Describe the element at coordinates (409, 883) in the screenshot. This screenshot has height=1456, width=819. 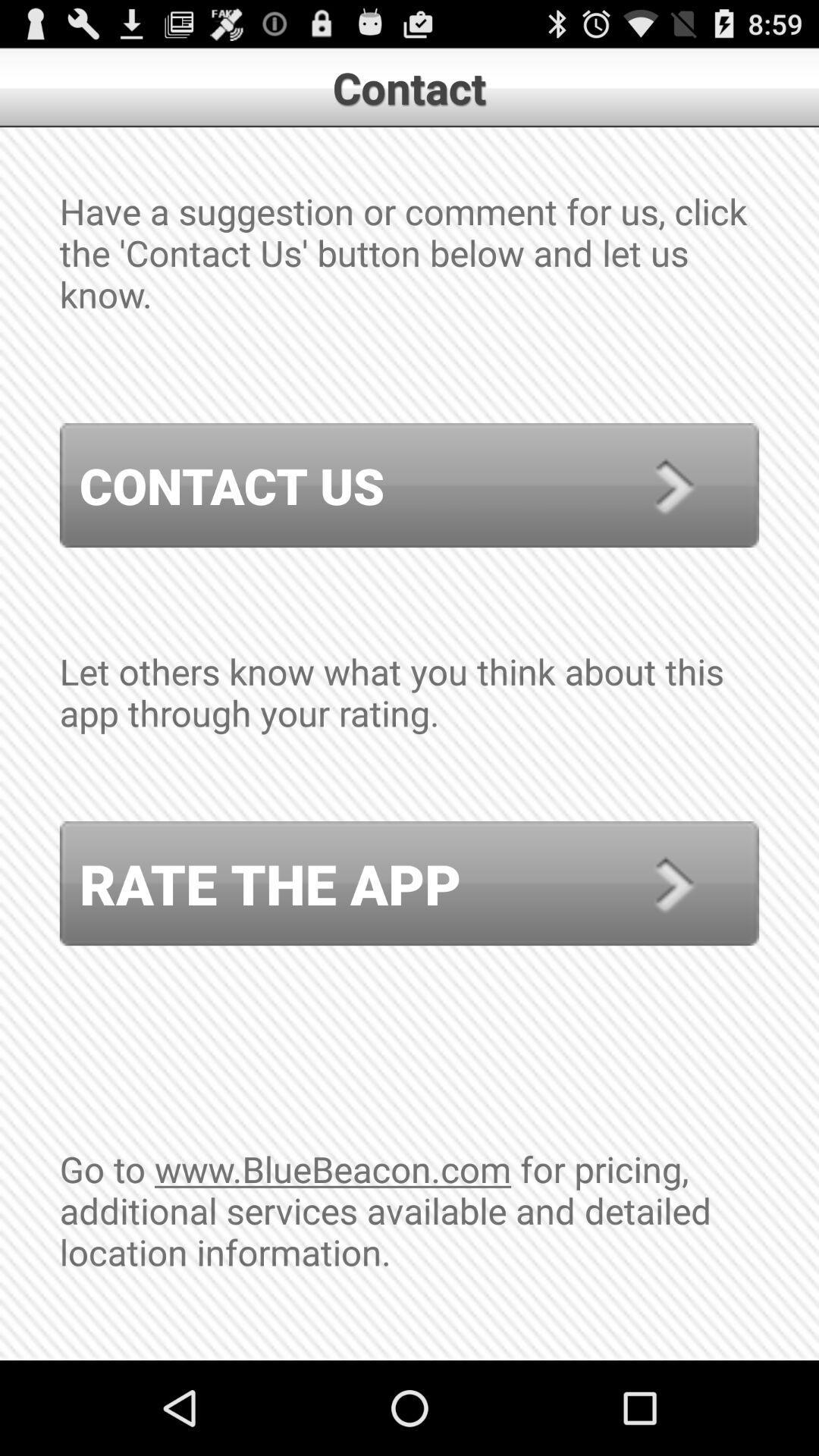
I see `icon below the let others know` at that location.